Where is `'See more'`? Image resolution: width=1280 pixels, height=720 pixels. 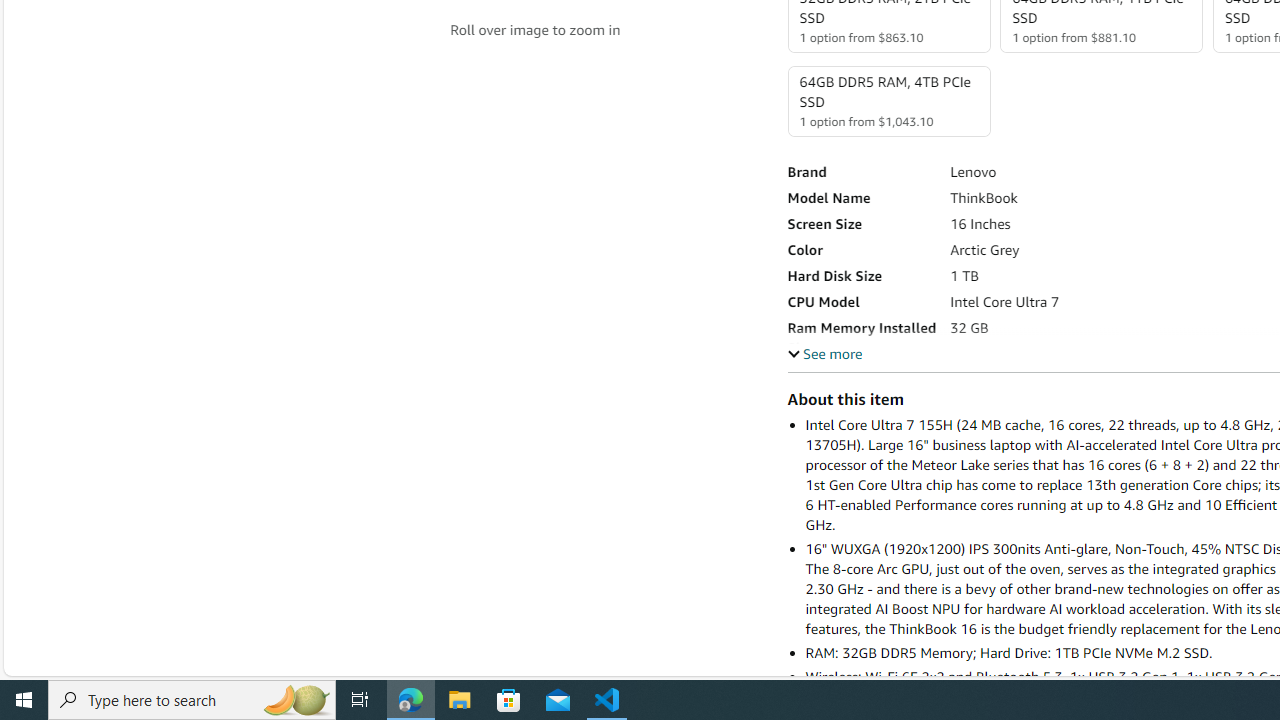
'See more' is located at coordinates (824, 352).